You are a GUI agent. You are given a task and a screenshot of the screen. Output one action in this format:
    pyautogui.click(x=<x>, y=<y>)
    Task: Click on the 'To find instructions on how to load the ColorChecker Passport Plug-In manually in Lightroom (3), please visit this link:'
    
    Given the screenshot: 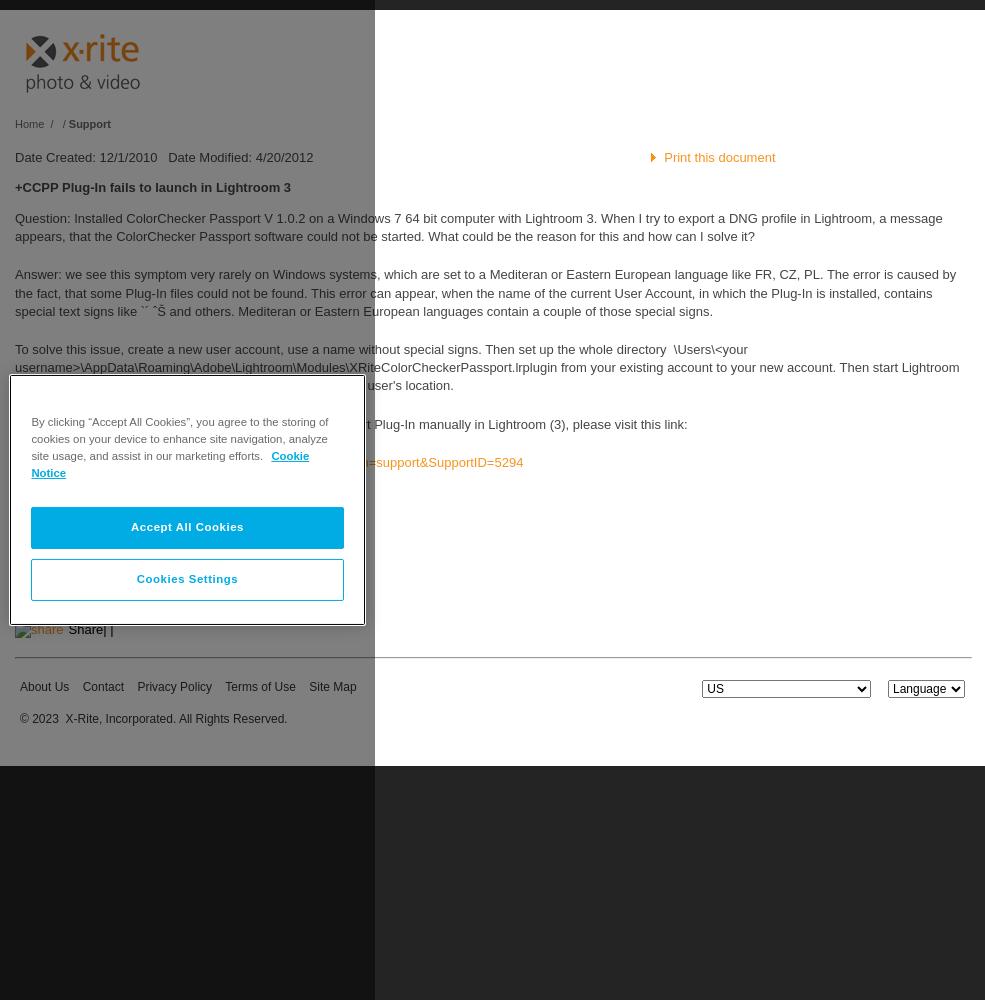 What is the action you would take?
    pyautogui.click(x=350, y=423)
    